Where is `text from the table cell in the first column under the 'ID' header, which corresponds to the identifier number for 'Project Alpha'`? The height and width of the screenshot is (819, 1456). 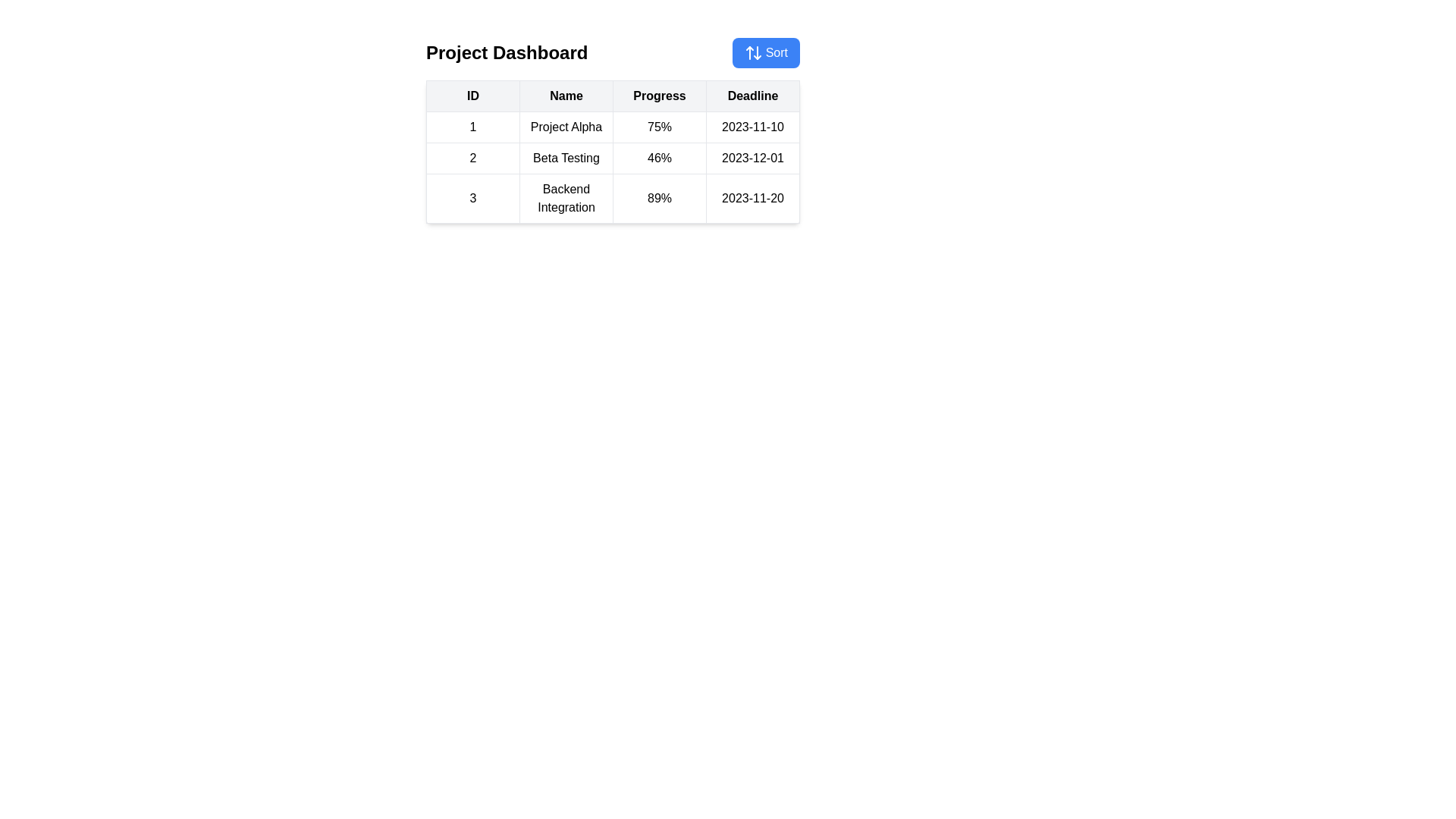
text from the table cell in the first column under the 'ID' header, which corresponds to the identifier number for 'Project Alpha' is located at coordinates (472, 127).